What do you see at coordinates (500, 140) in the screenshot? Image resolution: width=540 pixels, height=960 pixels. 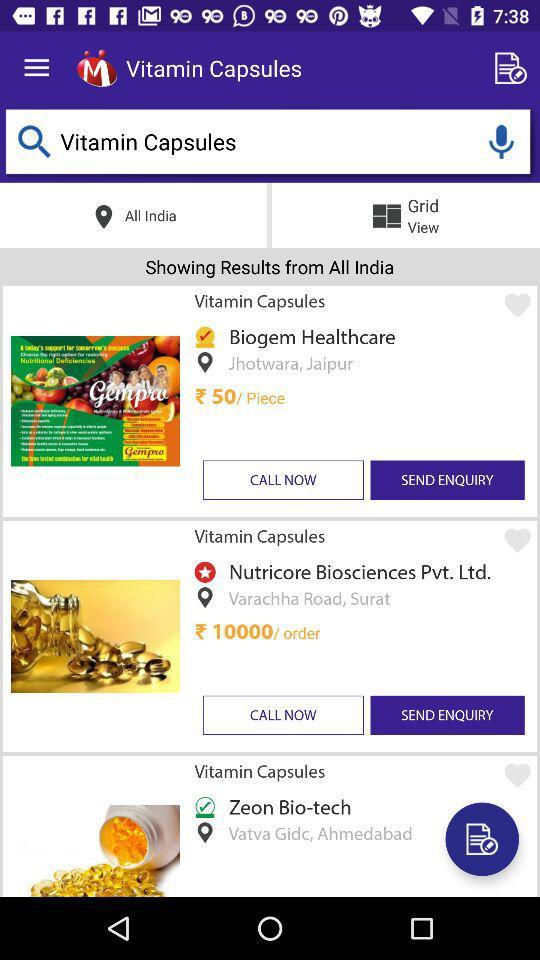 I see `the item above showing results from icon` at bounding box center [500, 140].